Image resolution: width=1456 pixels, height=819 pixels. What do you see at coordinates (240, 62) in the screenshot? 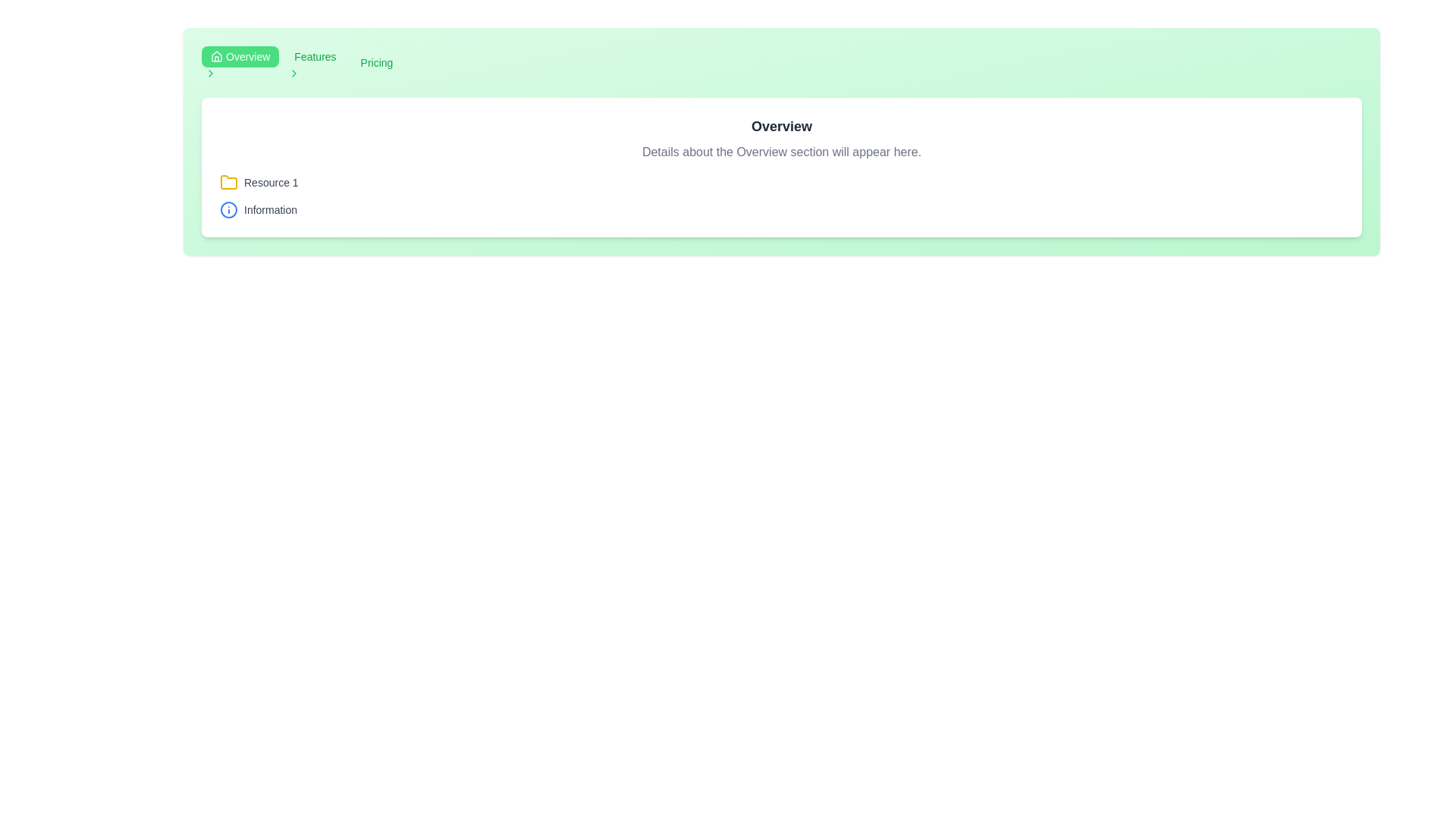
I see `the green rounded rectangle button labeled 'Overview'` at bounding box center [240, 62].